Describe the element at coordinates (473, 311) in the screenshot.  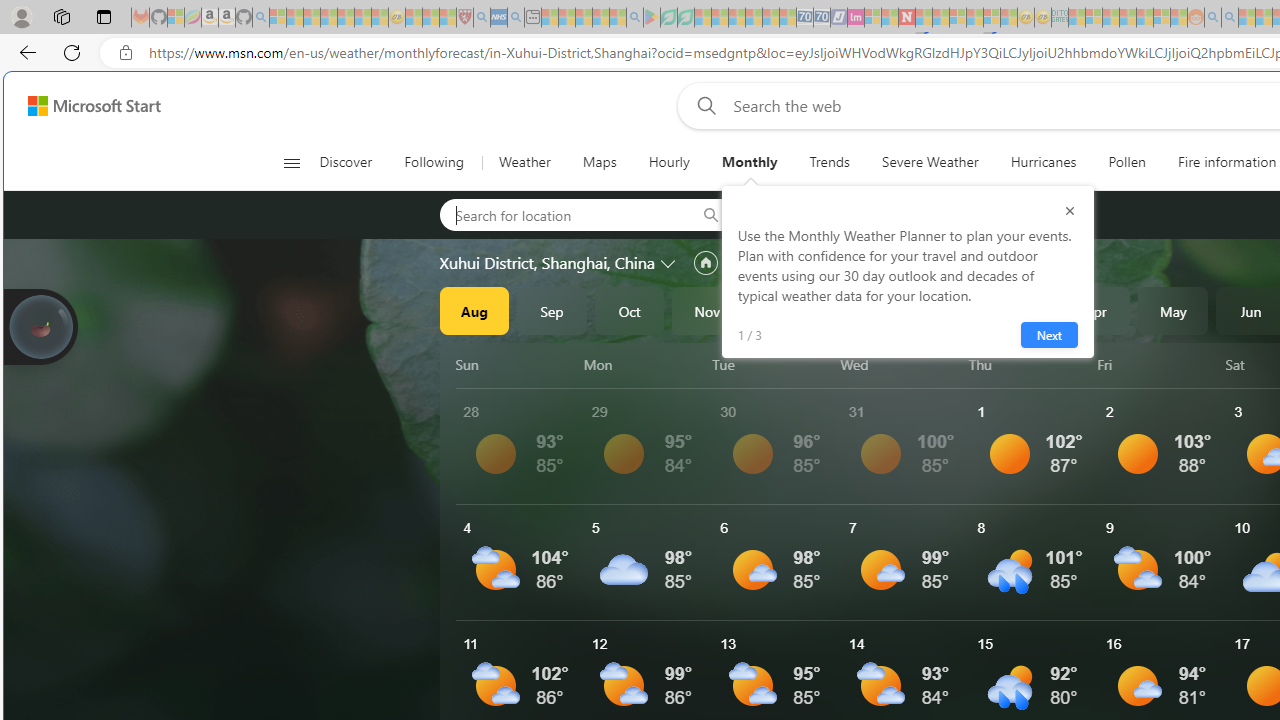
I see `'Aug'` at that location.